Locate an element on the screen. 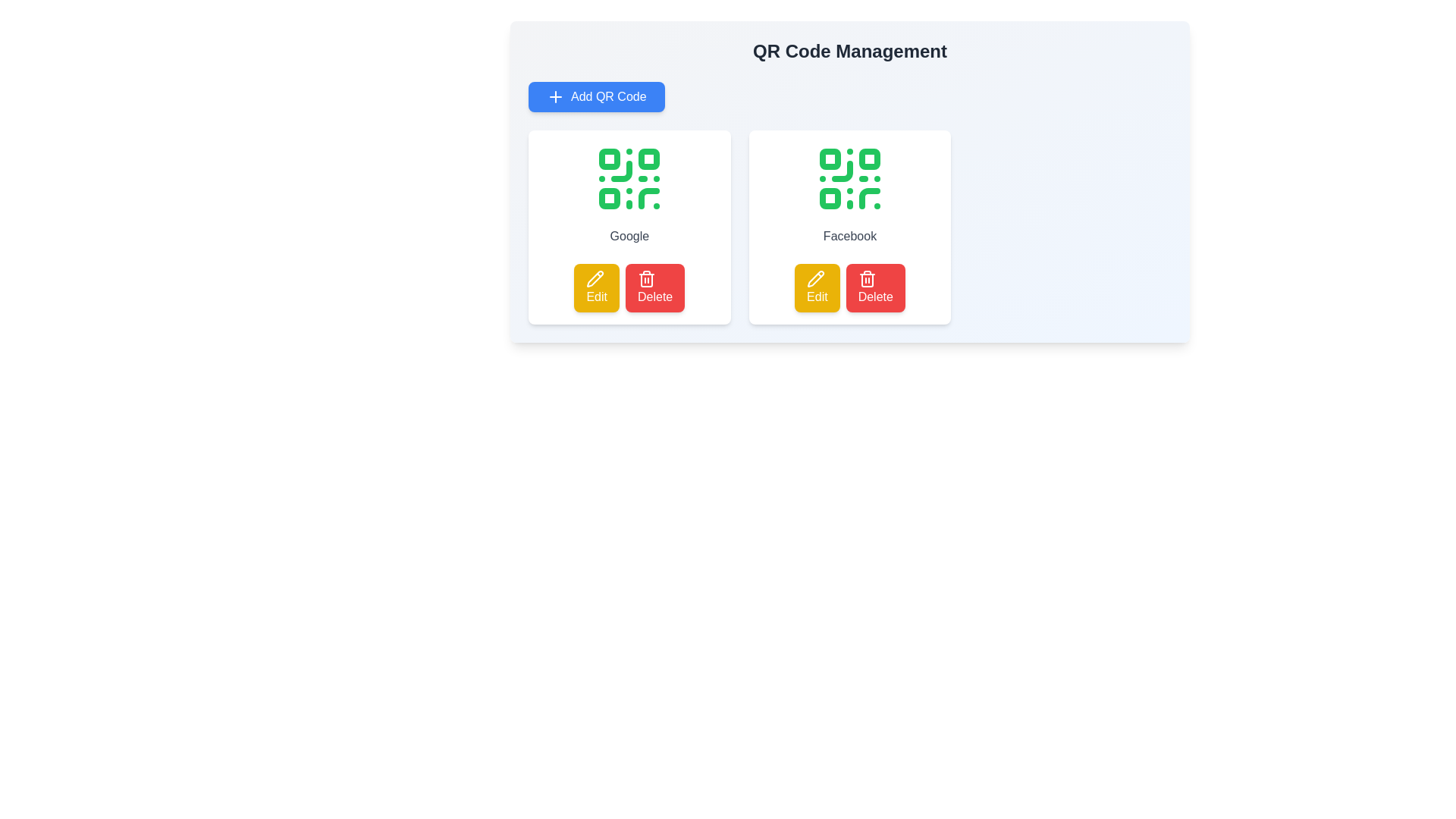  the QR code icon representing 'Google', located at the top center of the left card in a two-card layout is located at coordinates (629, 177).